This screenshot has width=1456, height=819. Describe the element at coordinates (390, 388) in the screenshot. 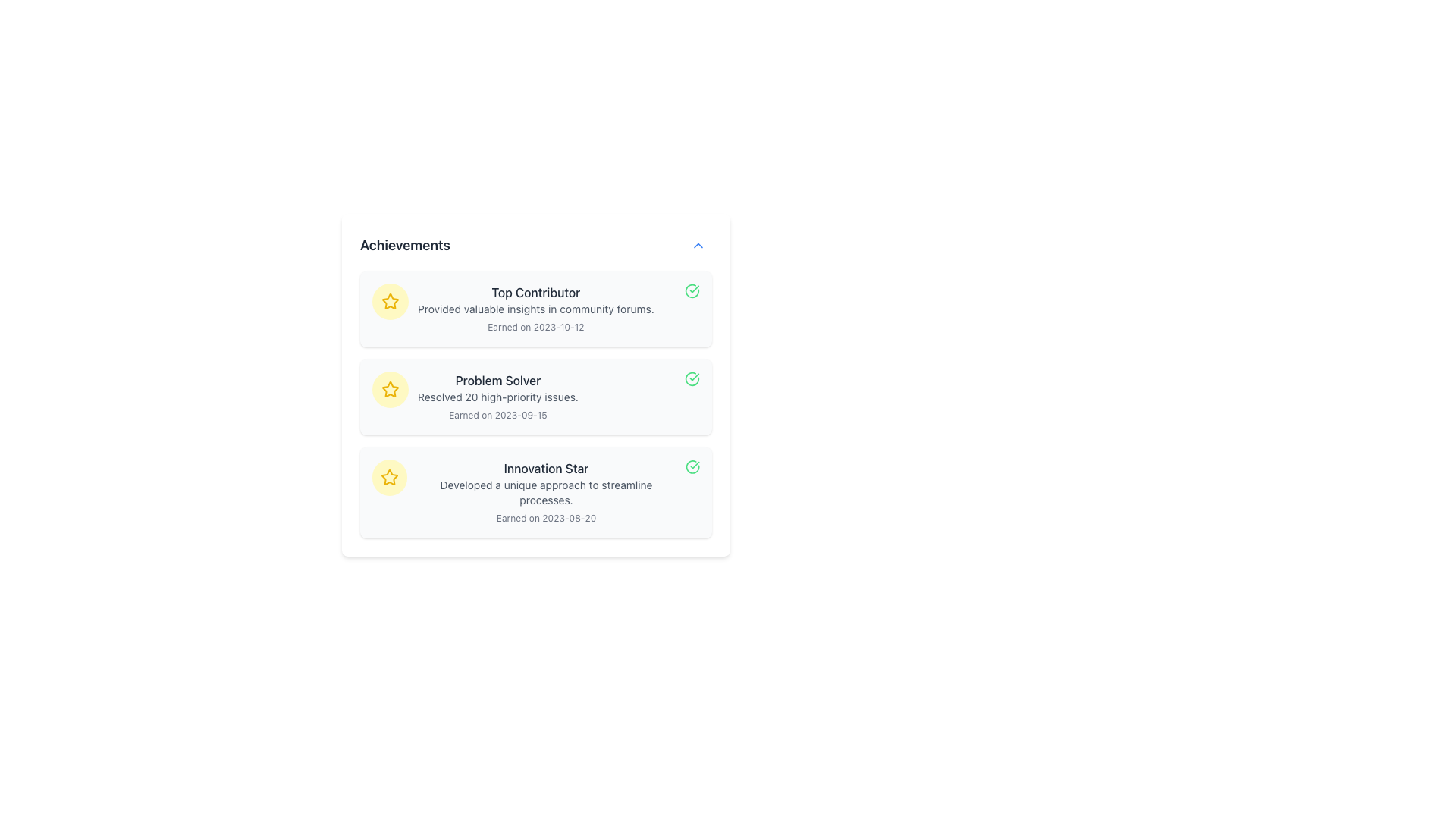

I see `the circular icon with a yellow background and star icon, located to the left of the 'Problem Solver' text in the achievement card` at that location.